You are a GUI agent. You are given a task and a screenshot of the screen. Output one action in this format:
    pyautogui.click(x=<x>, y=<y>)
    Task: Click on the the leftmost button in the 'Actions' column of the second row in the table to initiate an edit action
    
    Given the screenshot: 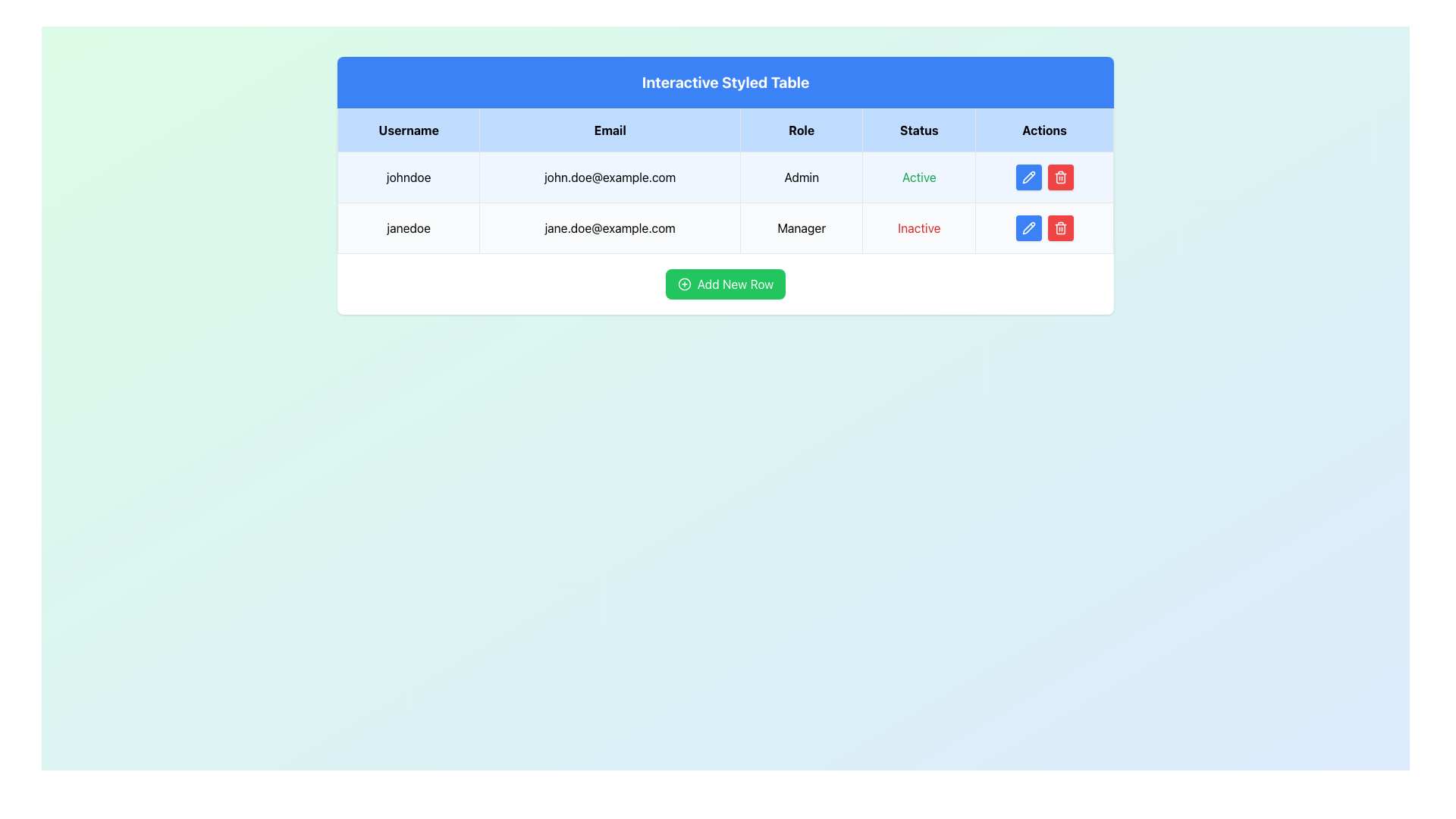 What is the action you would take?
    pyautogui.click(x=1028, y=227)
    